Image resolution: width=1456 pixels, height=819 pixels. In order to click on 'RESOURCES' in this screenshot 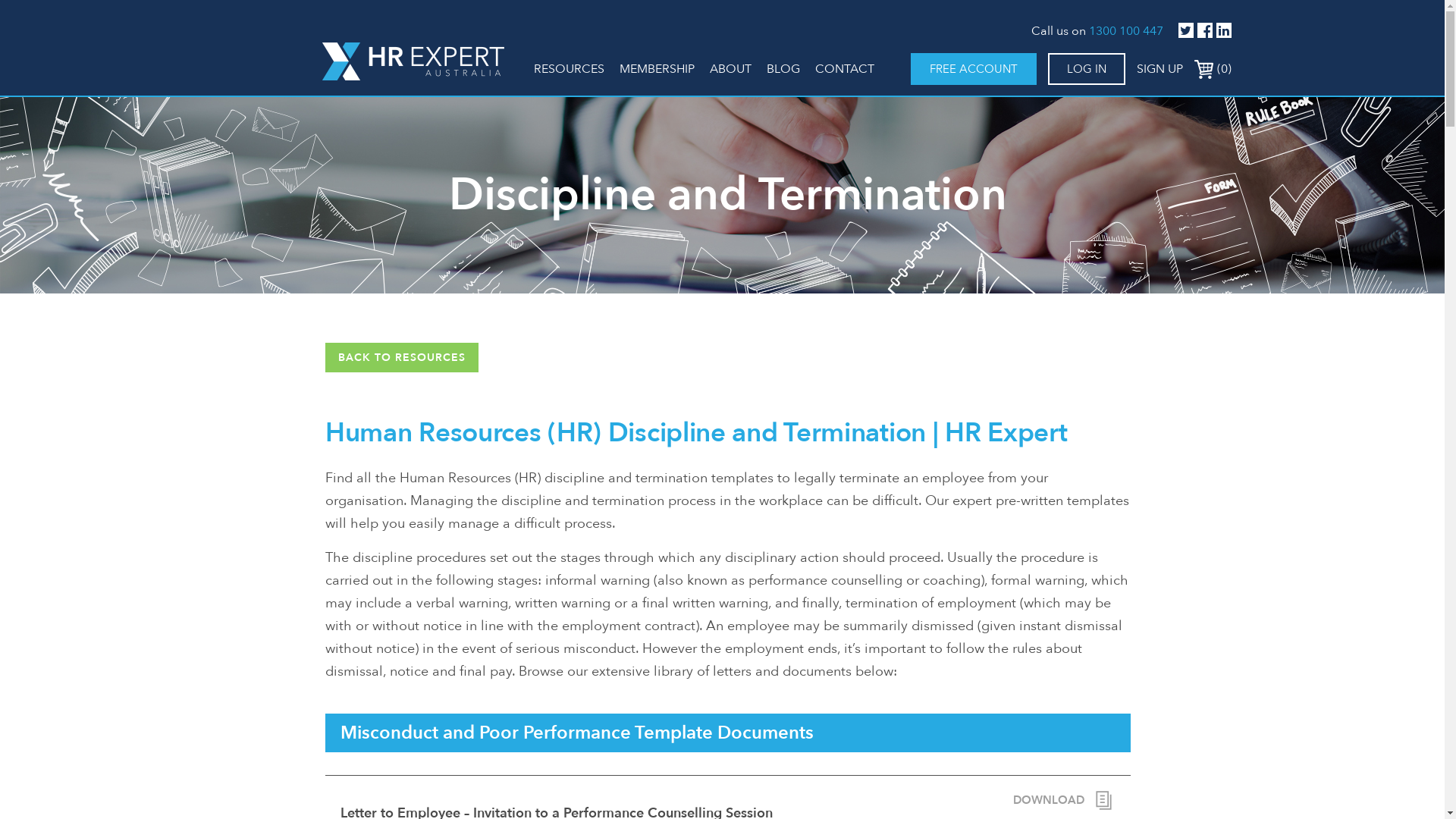, I will do `click(568, 69)`.